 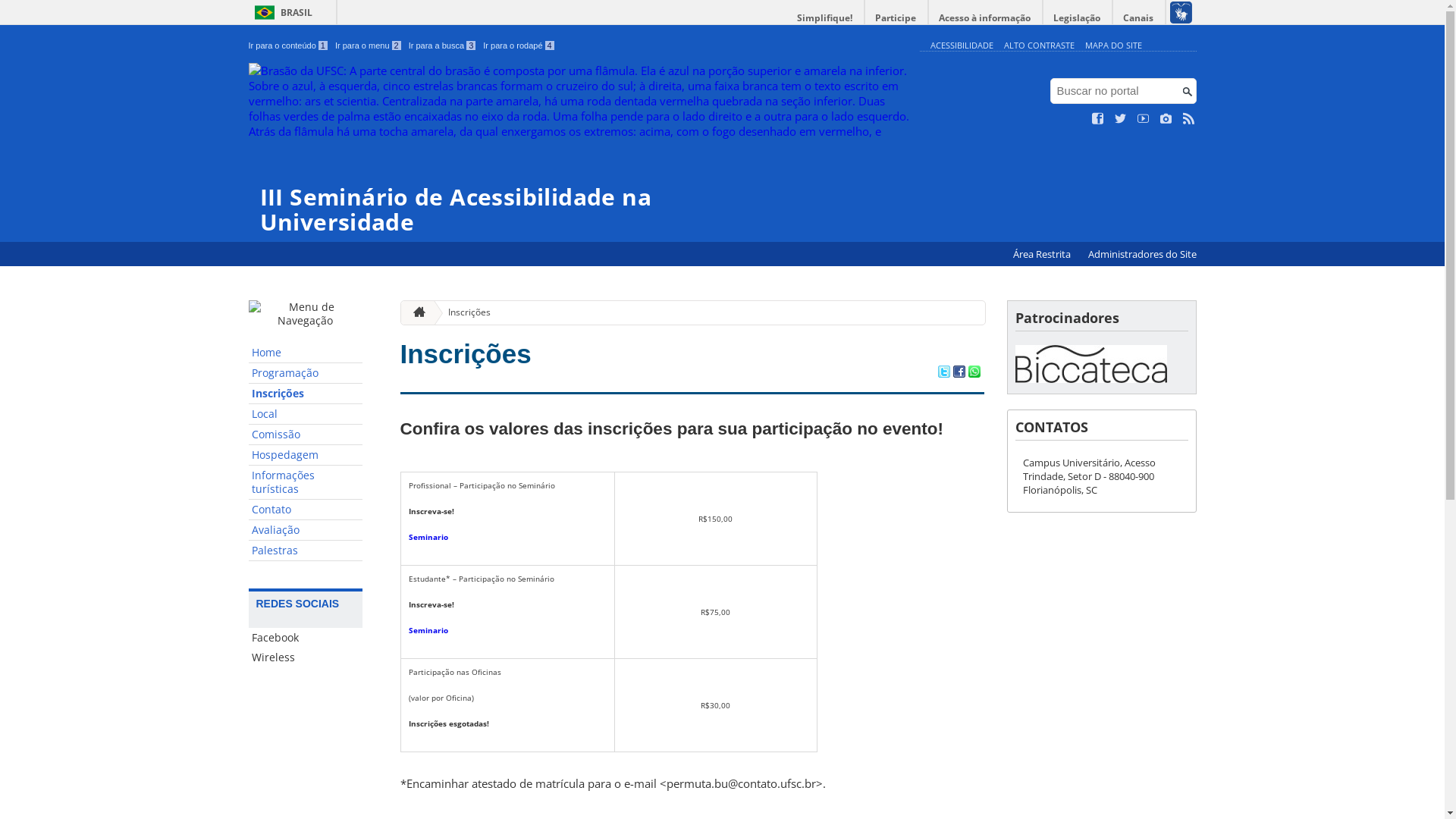 I want to click on 'Ir para o menu 2', so click(x=368, y=45).